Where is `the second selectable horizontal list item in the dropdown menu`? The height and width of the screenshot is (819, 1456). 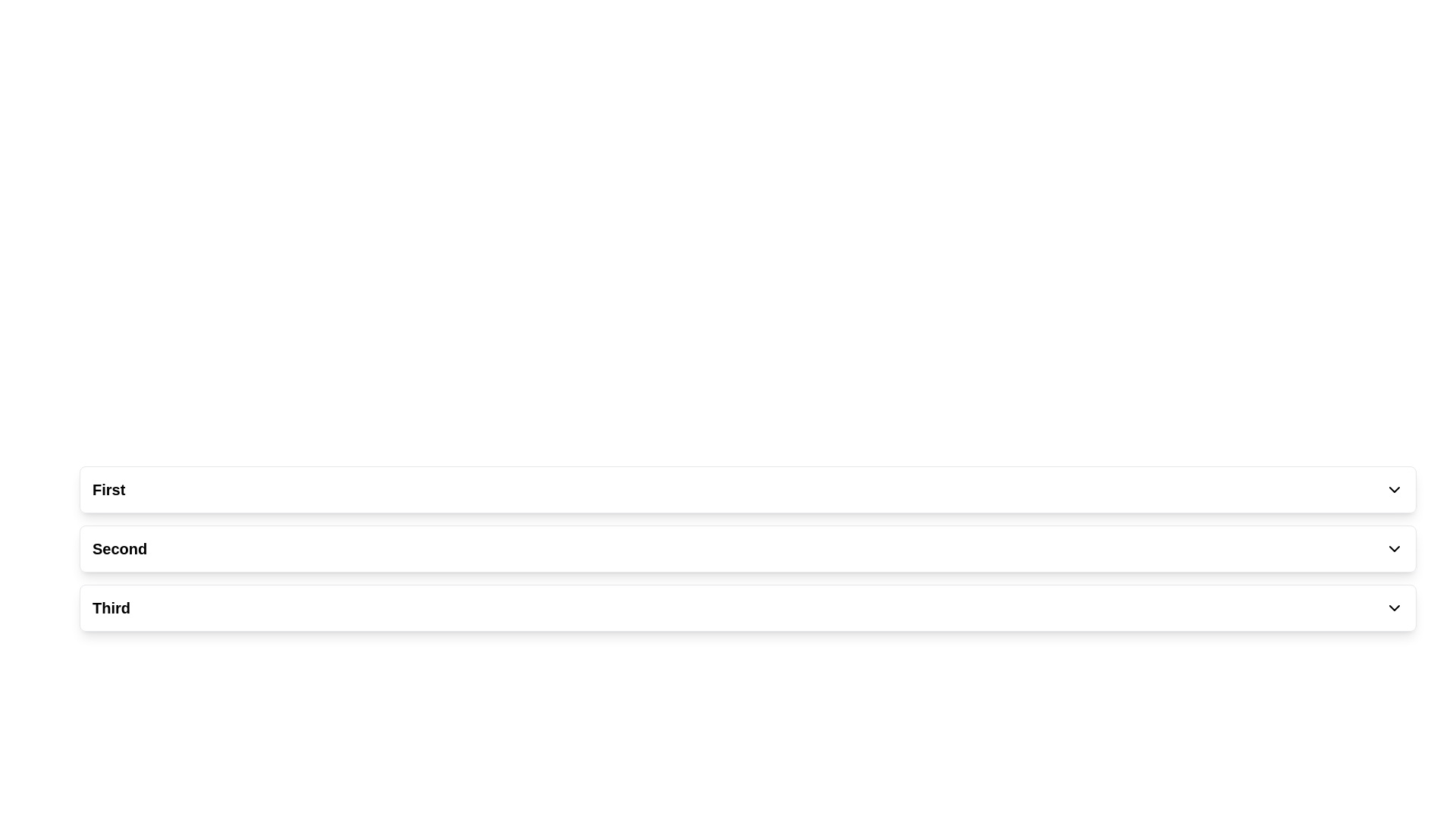
the second selectable horizontal list item in the dropdown menu is located at coordinates (748, 549).